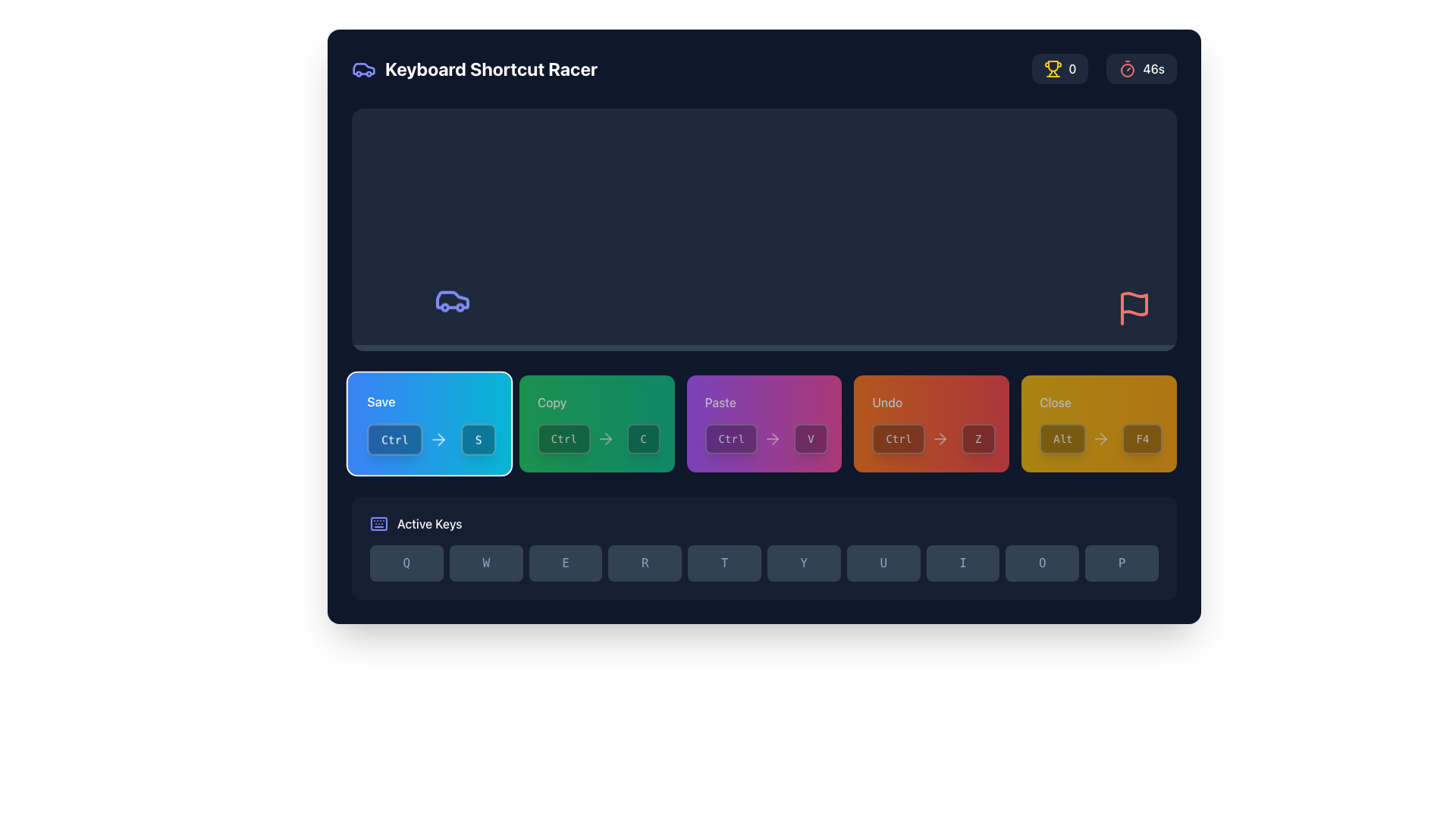 The width and height of the screenshot is (1456, 819). I want to click on the Shortcut visualization component for pasting content, which visually represents the keyboard shortcut 'Ctrl + V', located in the bottom row of the interface between the 'Copy' and 'Undo' sections, so click(764, 438).